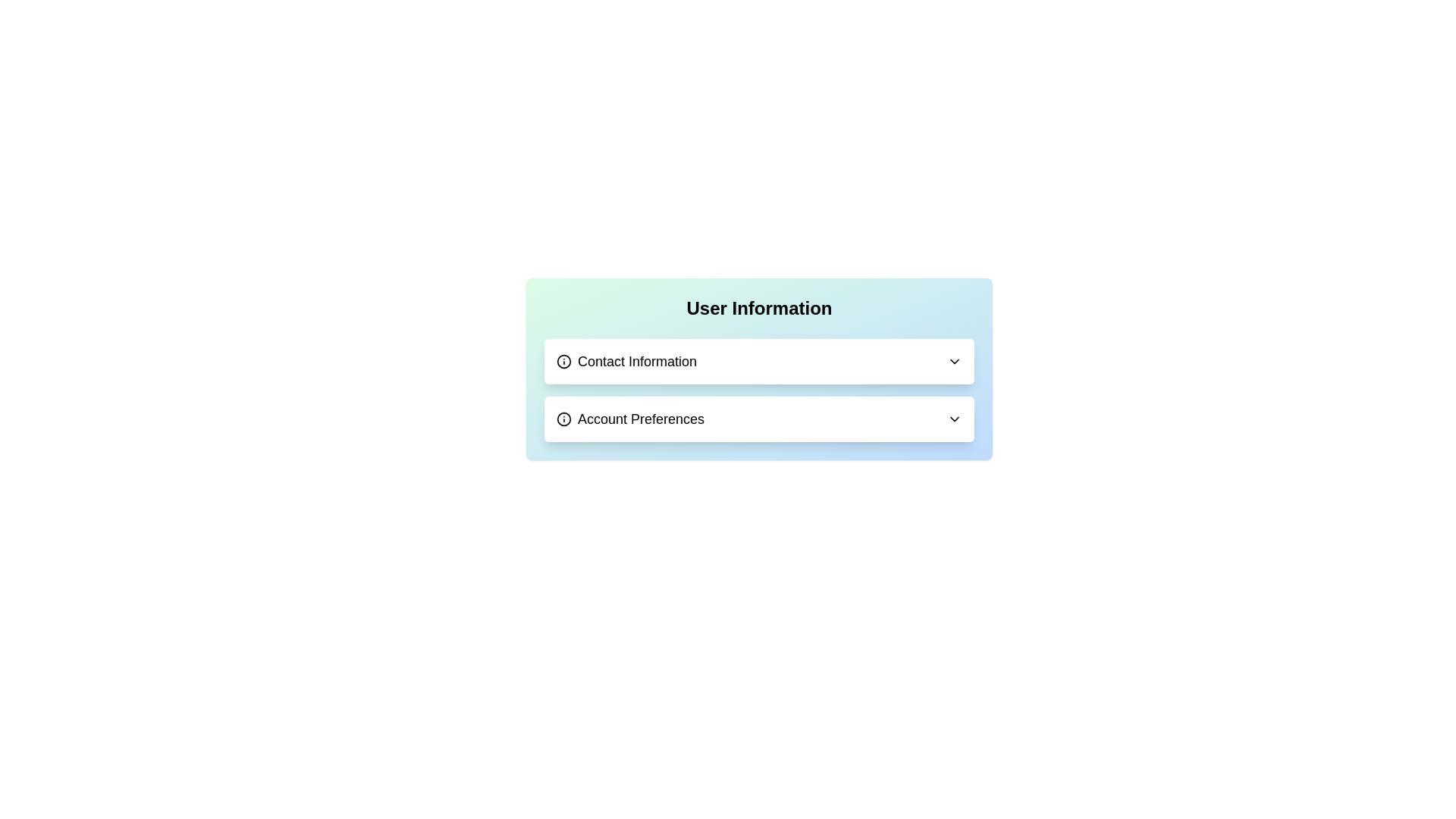  I want to click on the chevron icon for 'Account Preferences', so click(953, 419).